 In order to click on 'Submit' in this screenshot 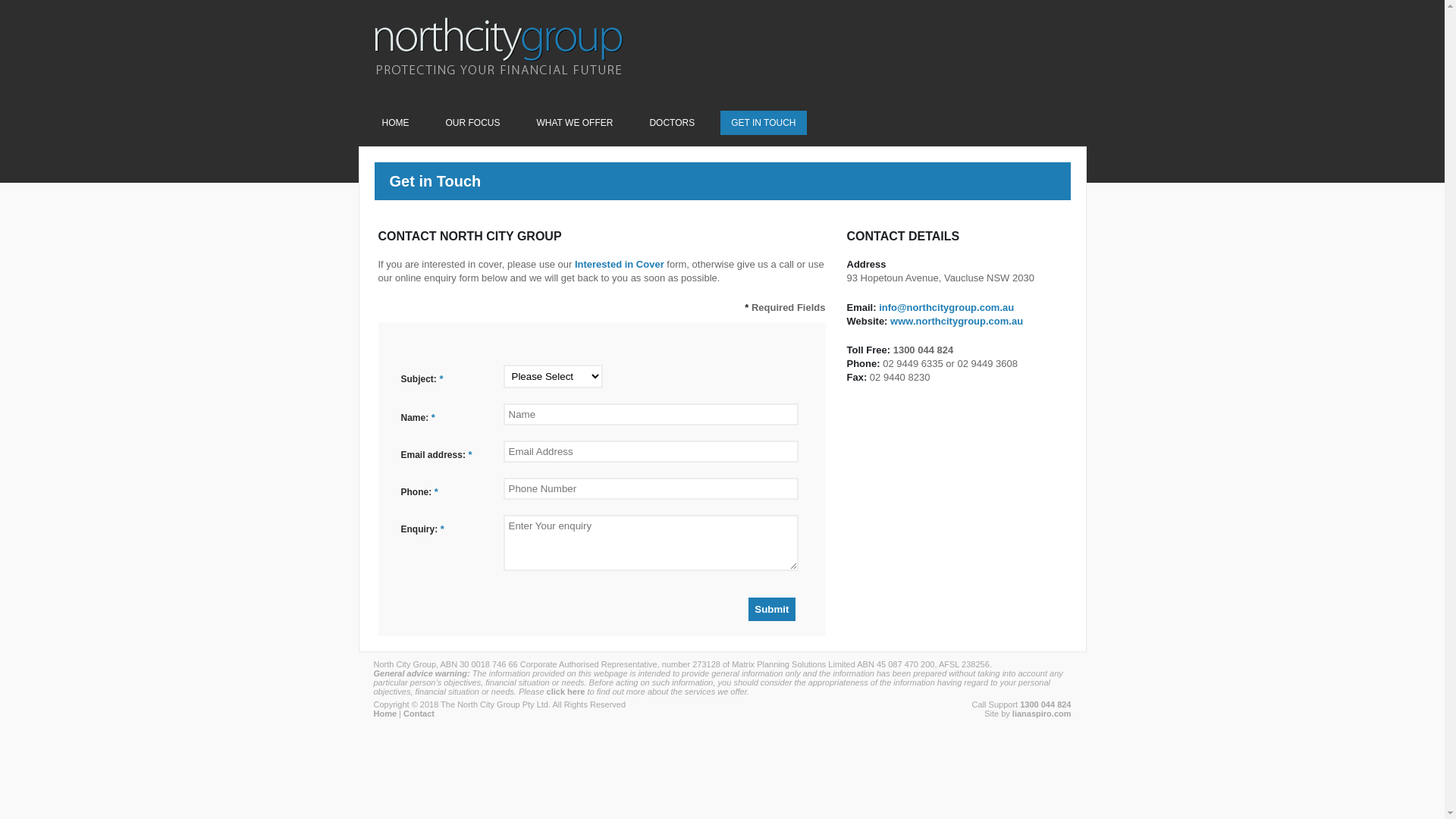, I will do `click(748, 608)`.